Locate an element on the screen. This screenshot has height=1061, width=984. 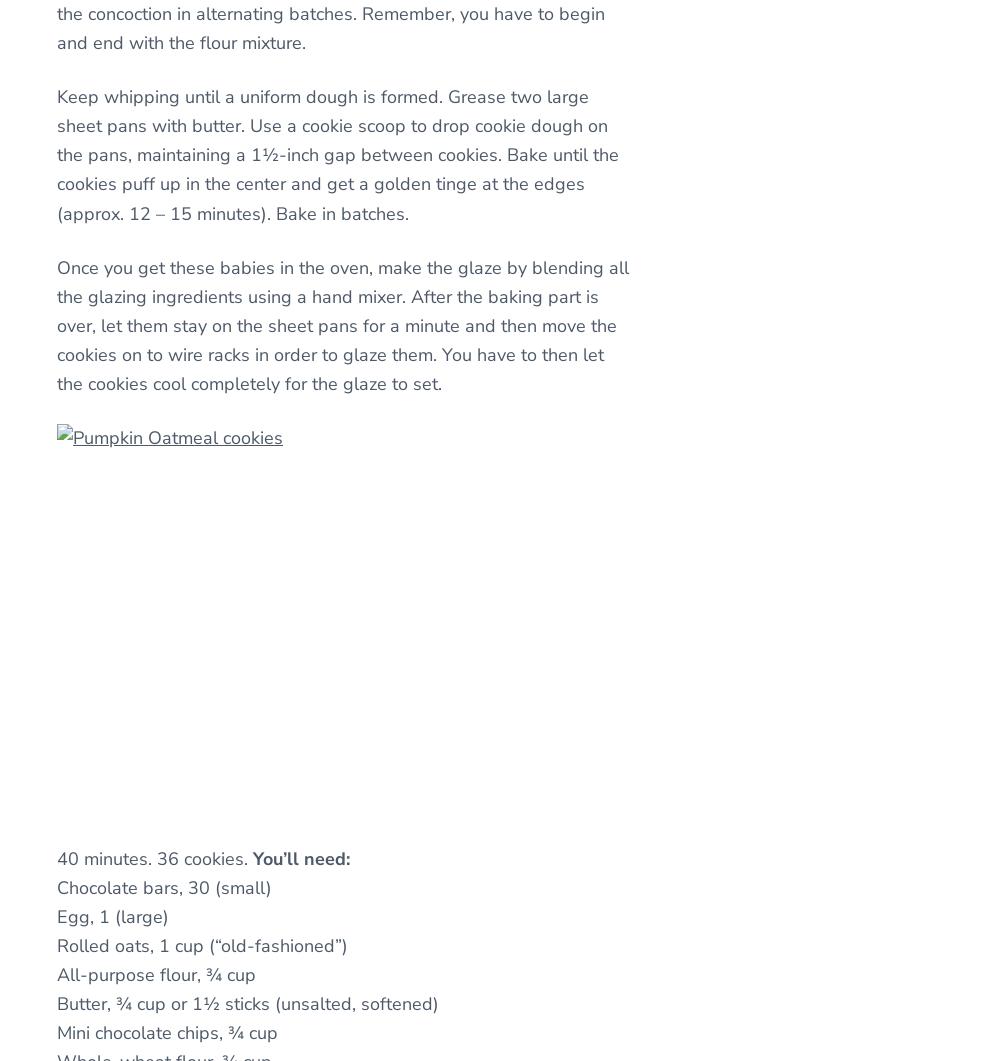
'Mini chocolate chips, ¾ cup' is located at coordinates (167, 1031).